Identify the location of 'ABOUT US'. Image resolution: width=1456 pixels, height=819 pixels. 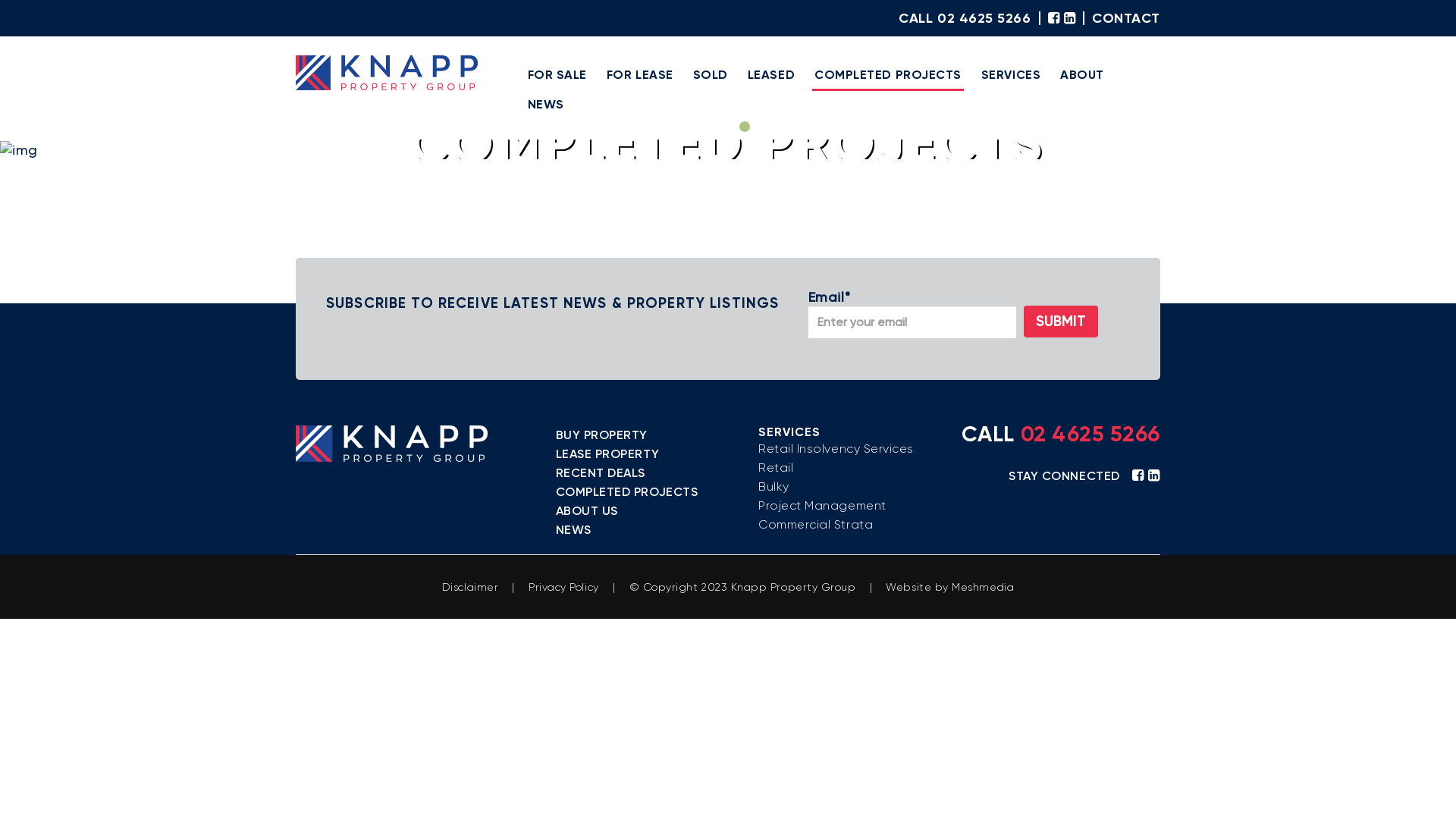
(585, 510).